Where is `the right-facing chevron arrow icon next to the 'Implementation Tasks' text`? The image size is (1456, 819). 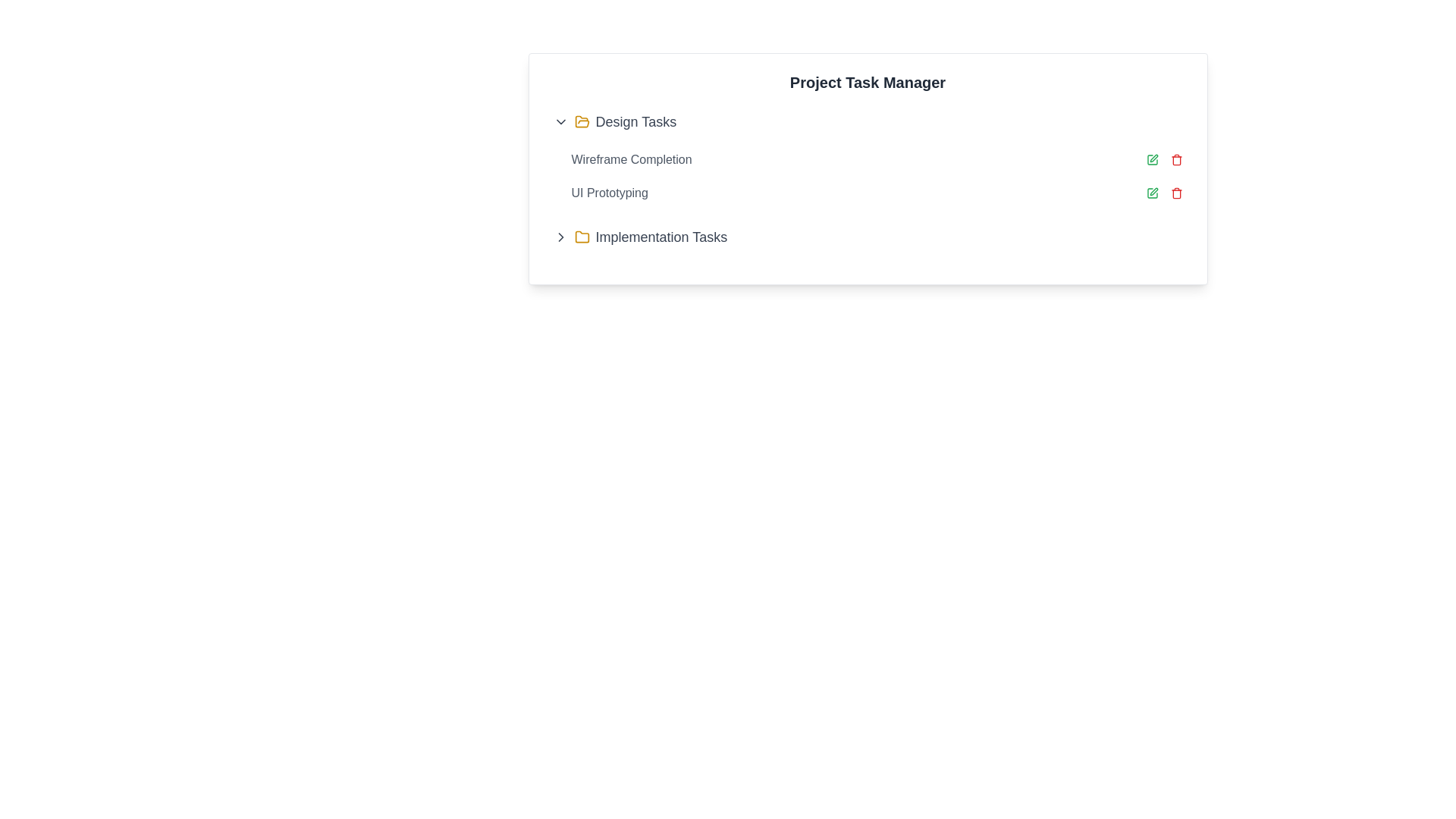
the right-facing chevron arrow icon next to the 'Implementation Tasks' text is located at coordinates (560, 237).